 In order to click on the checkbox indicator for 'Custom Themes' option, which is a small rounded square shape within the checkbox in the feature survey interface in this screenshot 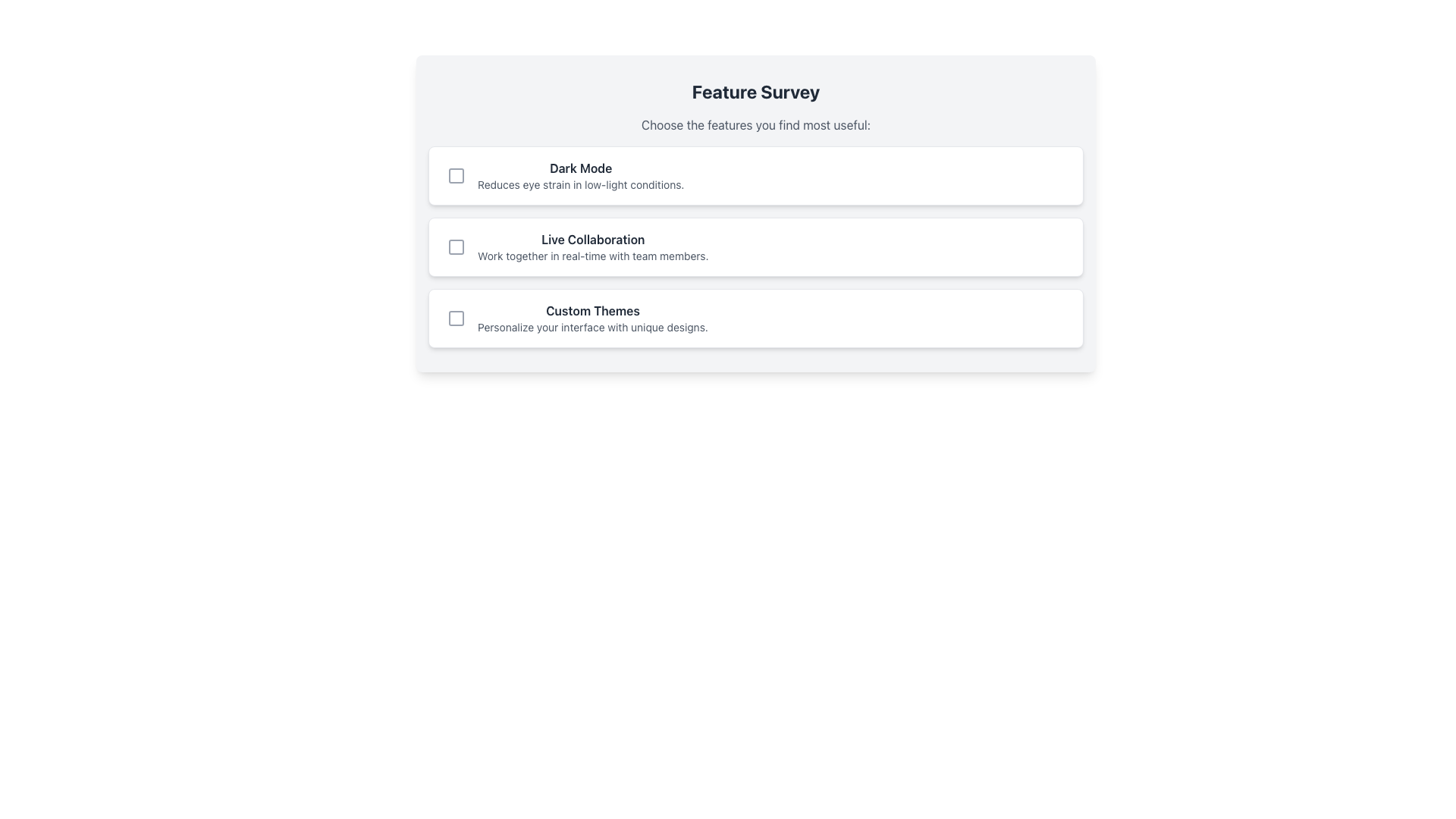, I will do `click(455, 318)`.